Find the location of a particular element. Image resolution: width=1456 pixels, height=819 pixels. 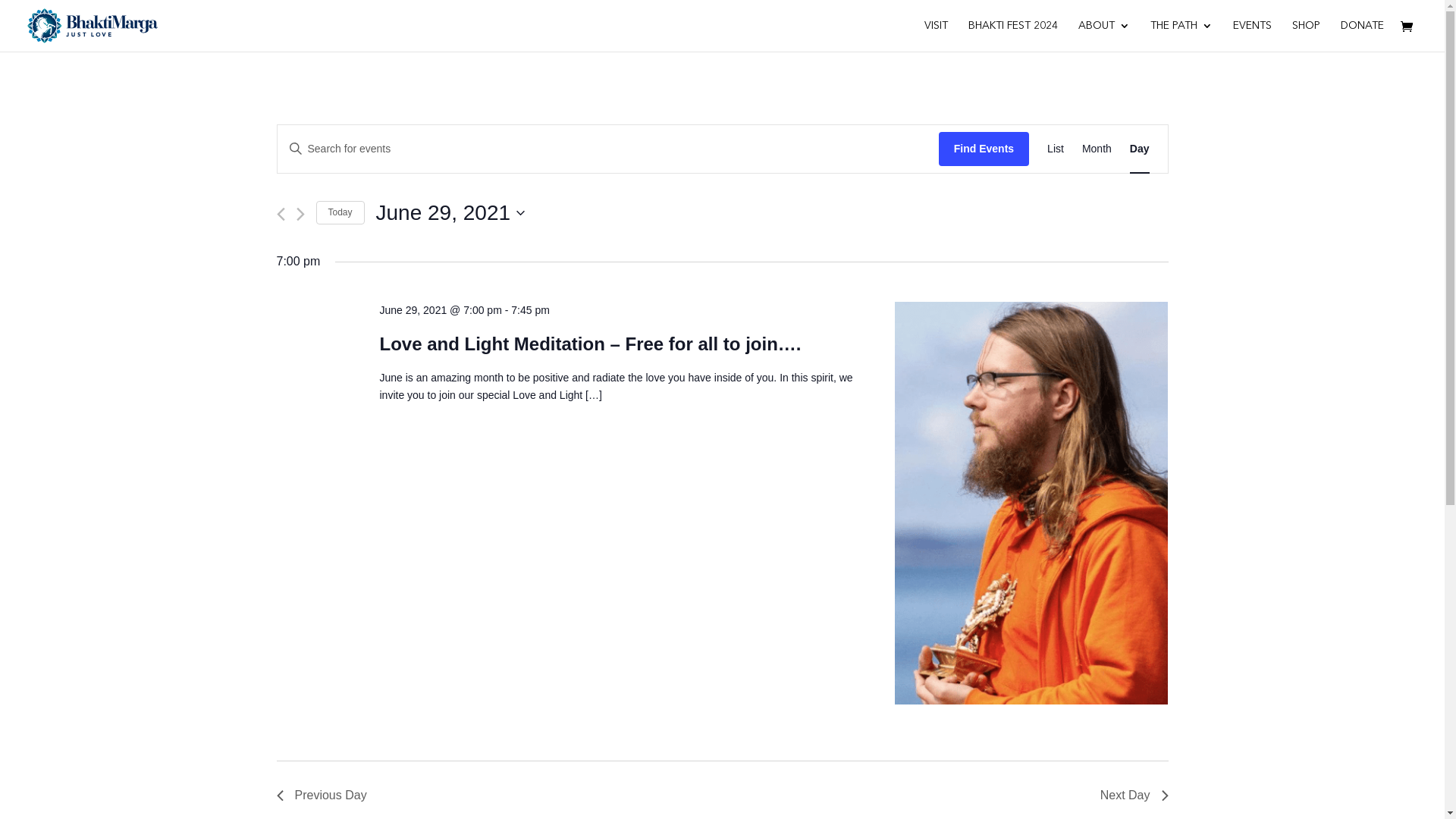

'THE PATH' is located at coordinates (1181, 35).